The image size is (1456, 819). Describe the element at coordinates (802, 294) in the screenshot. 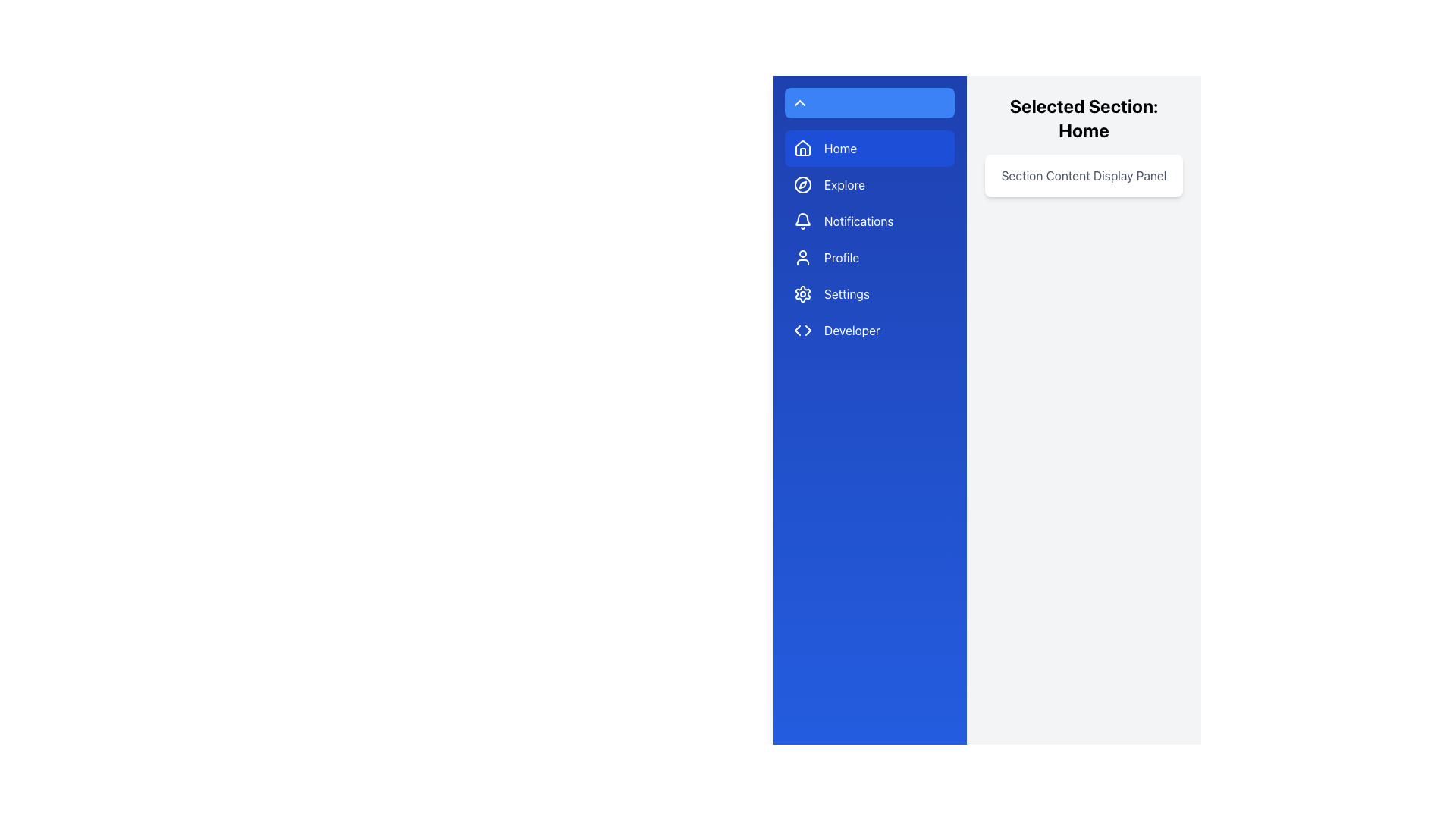

I see `the cogwheel icon in the vertical sidebar menu, adjacent to the text 'Settings'` at that location.